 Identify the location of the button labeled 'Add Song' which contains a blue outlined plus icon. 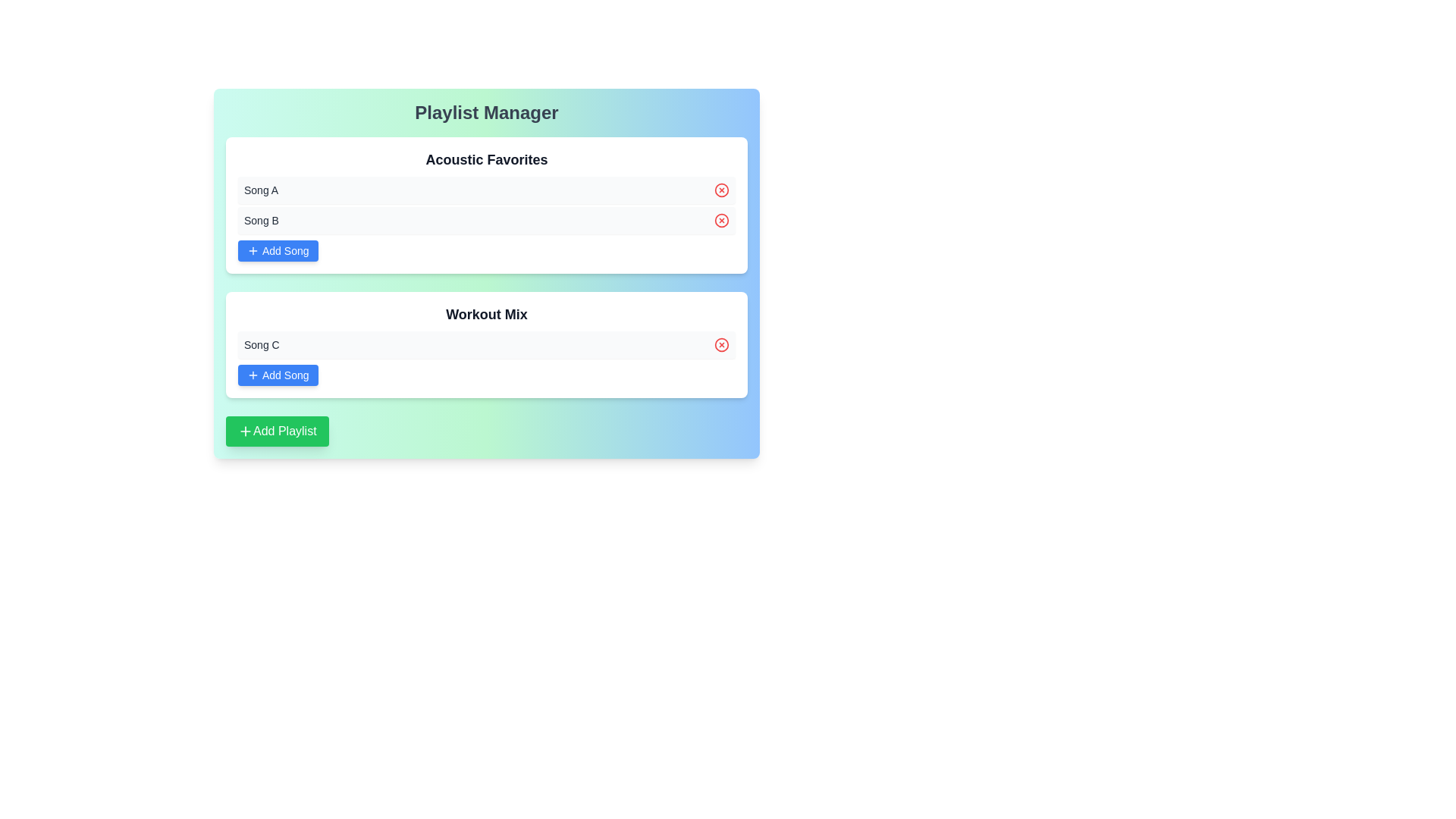
(253, 375).